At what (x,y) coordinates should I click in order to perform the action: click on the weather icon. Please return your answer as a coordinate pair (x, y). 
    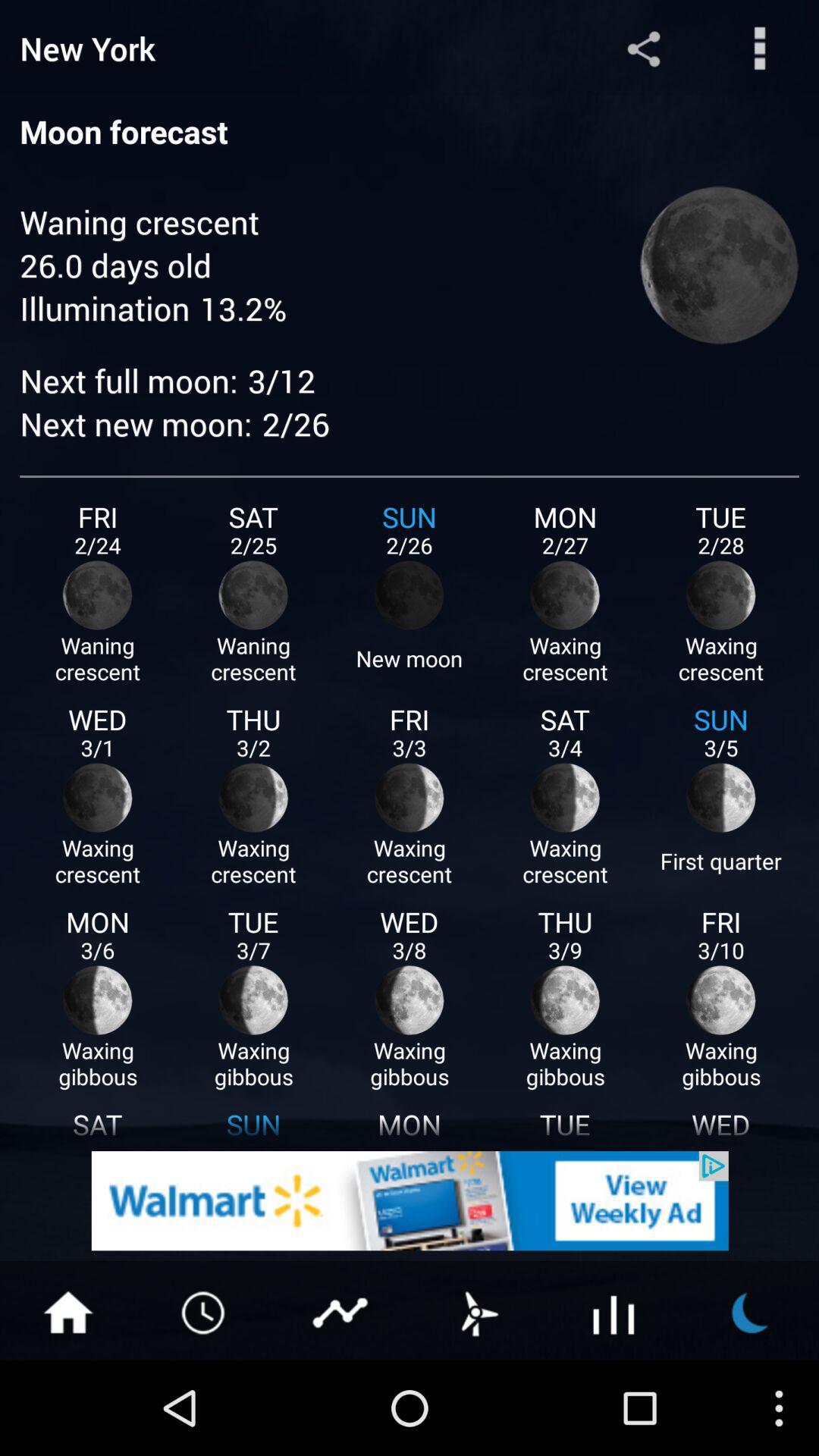
    Looking at the image, I should click on (751, 1402).